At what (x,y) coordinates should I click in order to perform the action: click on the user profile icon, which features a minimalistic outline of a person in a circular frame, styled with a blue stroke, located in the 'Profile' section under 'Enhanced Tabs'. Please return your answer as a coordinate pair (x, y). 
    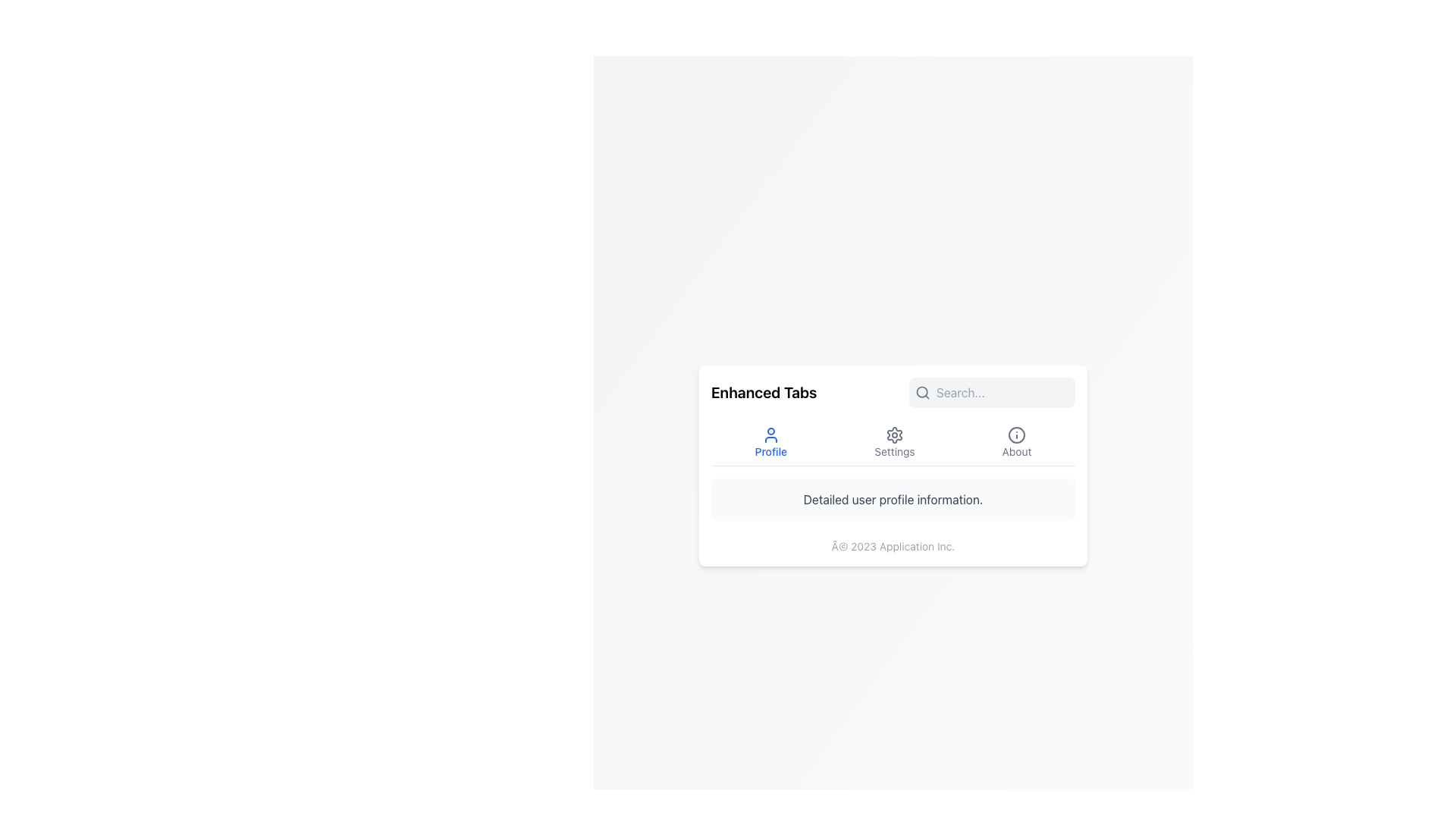
    Looking at the image, I should click on (770, 435).